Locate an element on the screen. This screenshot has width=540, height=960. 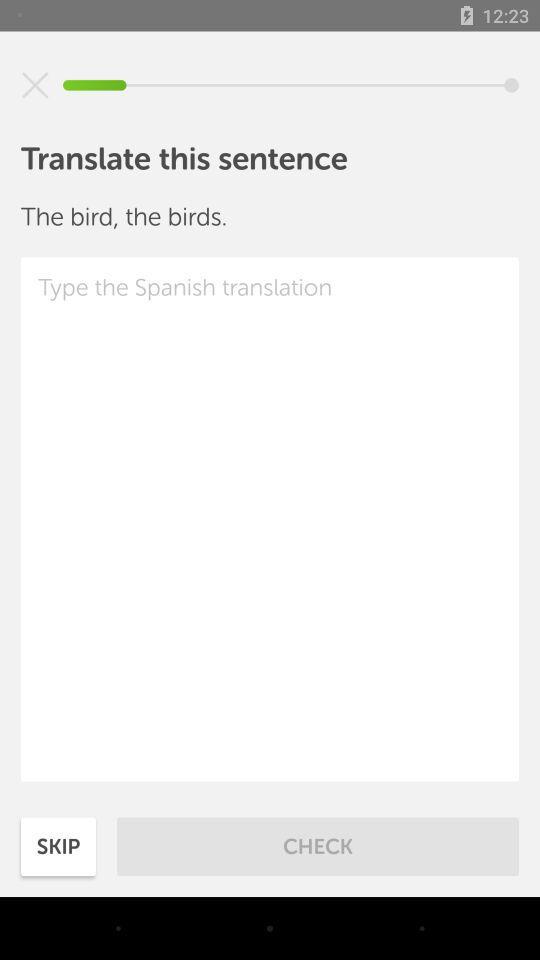
the skip is located at coordinates (58, 845).